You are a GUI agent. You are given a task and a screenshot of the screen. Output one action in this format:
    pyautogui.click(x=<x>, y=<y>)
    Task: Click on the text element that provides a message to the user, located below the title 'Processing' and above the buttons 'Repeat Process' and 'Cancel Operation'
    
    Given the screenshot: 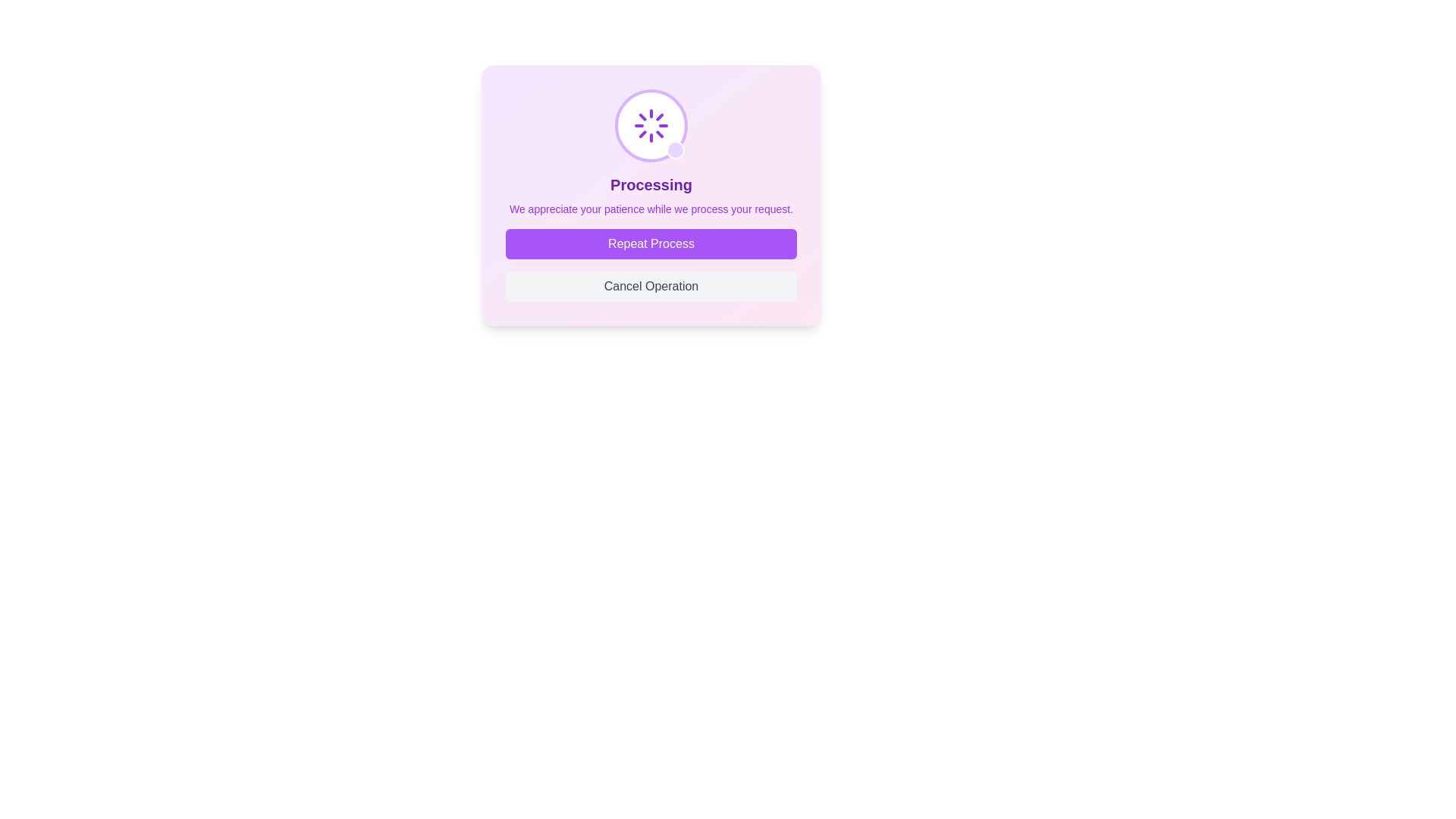 What is the action you would take?
    pyautogui.click(x=651, y=209)
    